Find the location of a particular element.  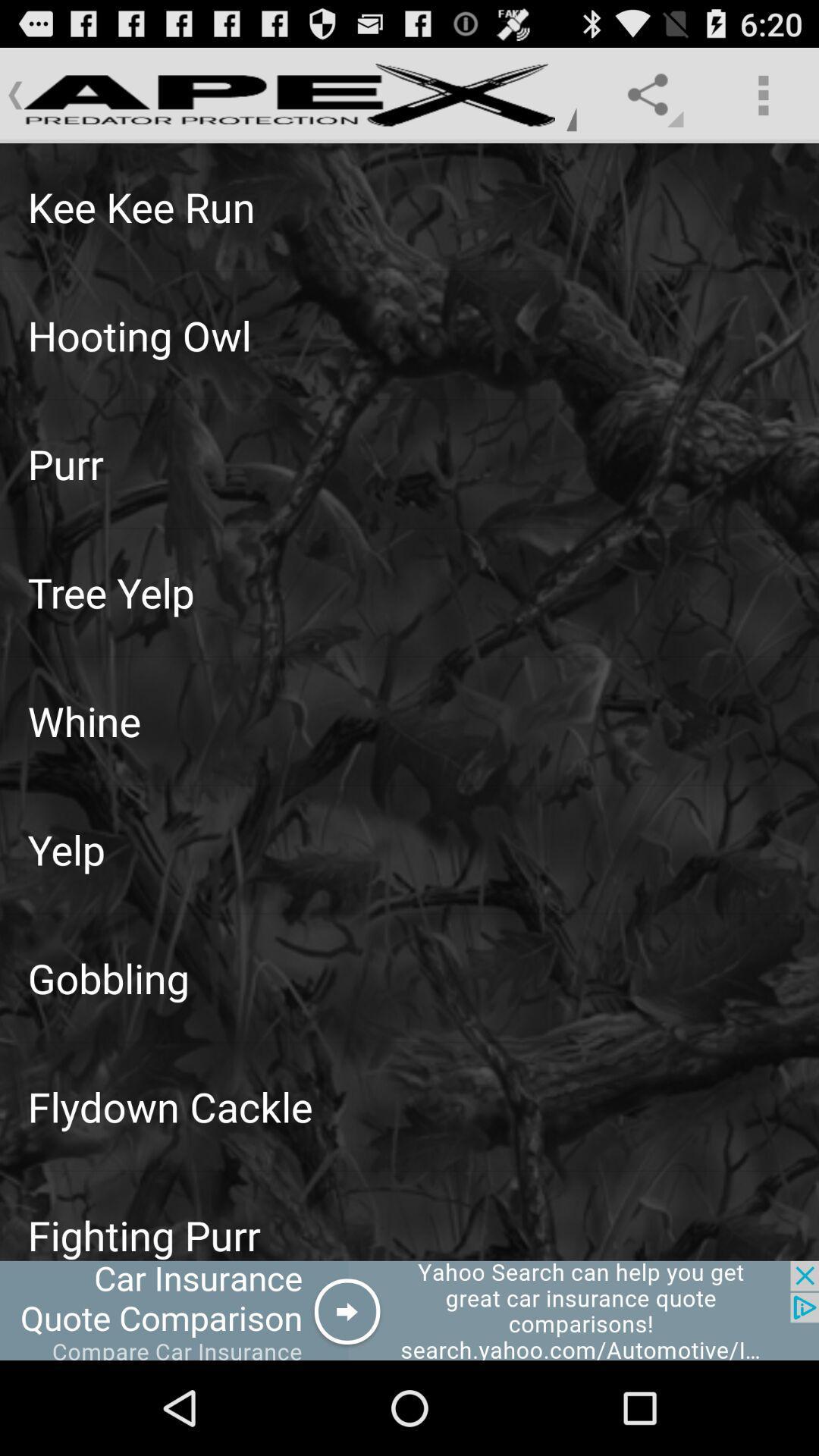

advertising is located at coordinates (409, 1310).